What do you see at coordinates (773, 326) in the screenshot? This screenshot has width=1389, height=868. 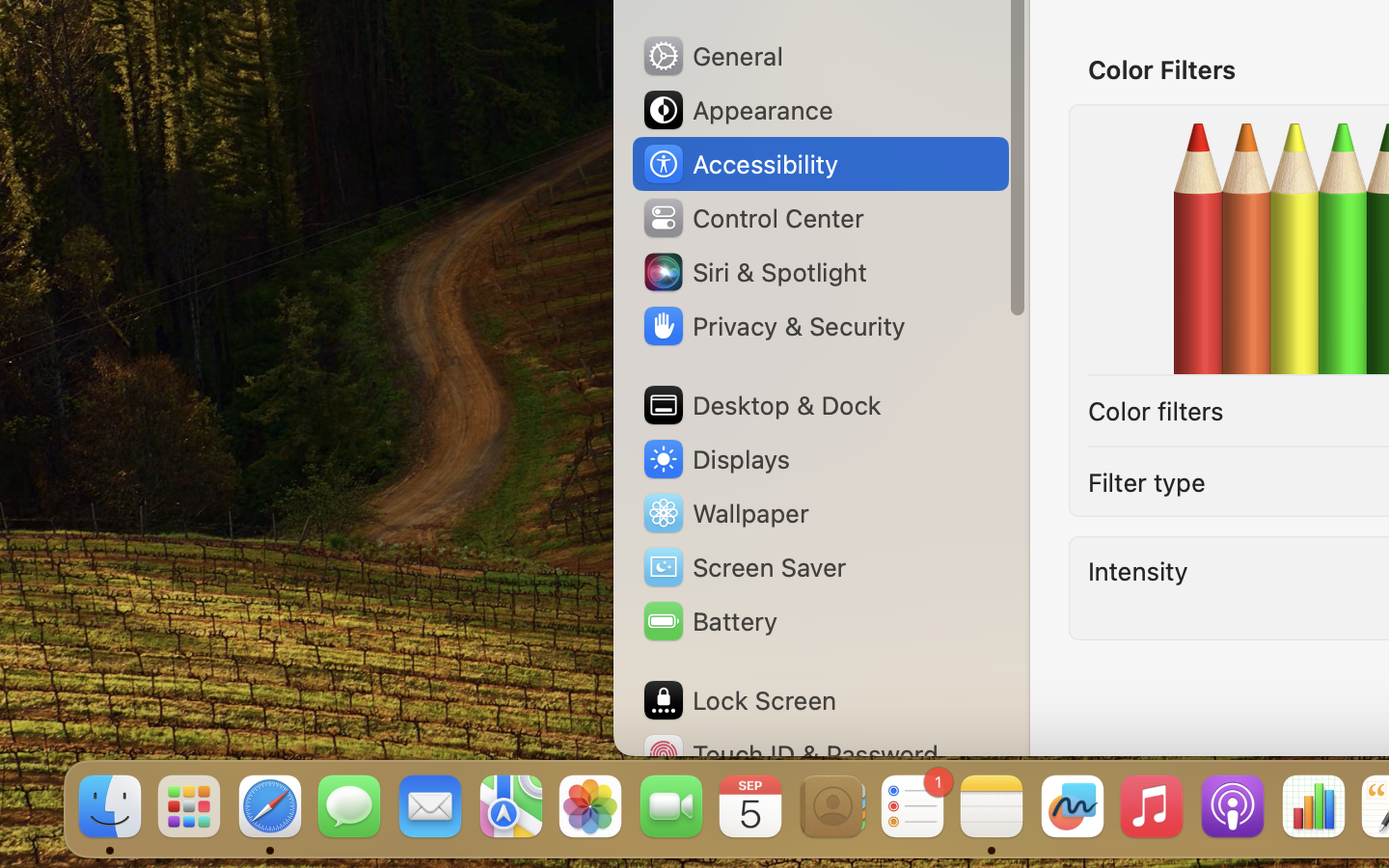 I see `'Privacy & Security'` at bounding box center [773, 326].